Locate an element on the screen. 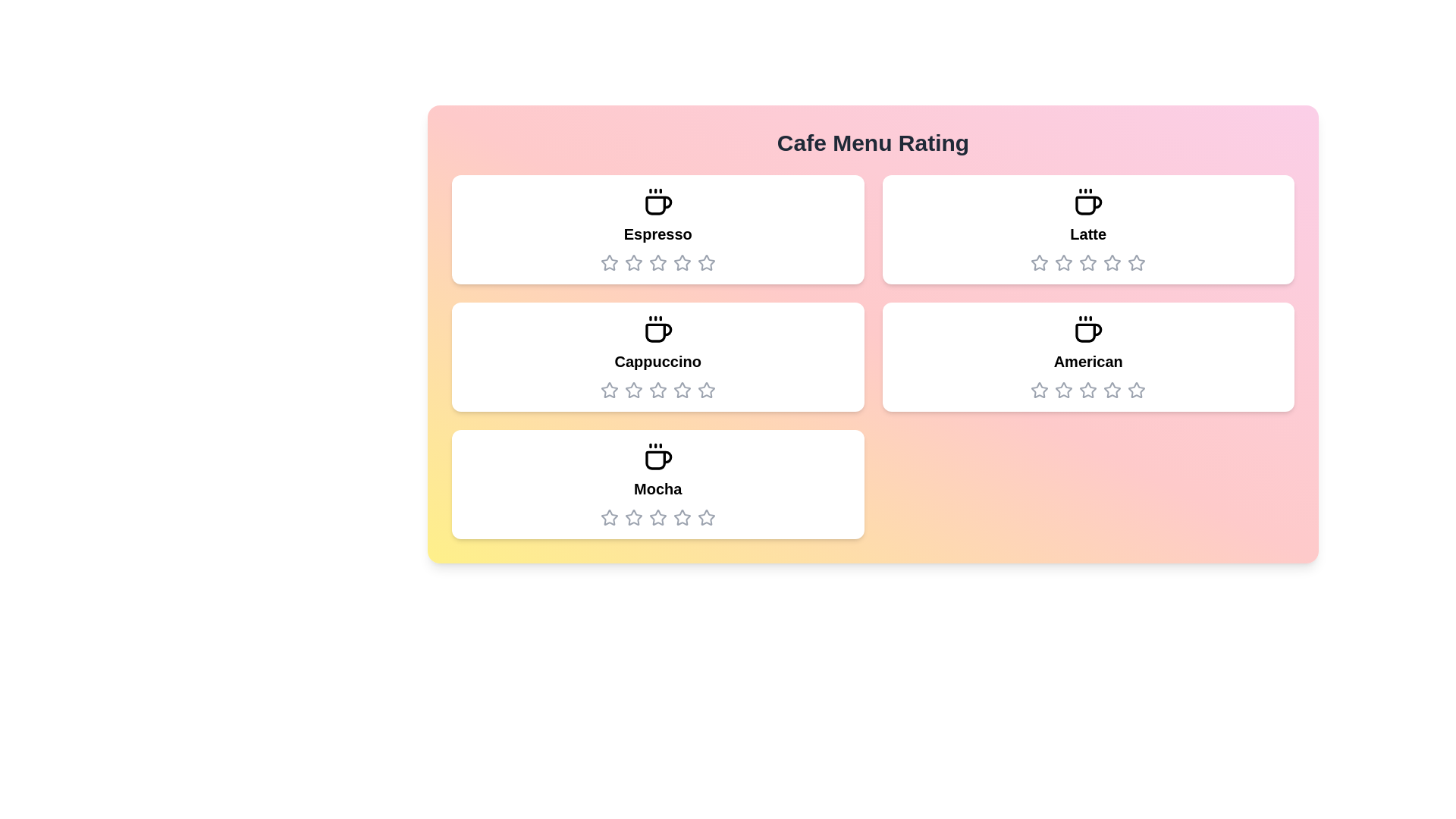  the menu item Cappuccino to navigate to its details is located at coordinates (657, 356).